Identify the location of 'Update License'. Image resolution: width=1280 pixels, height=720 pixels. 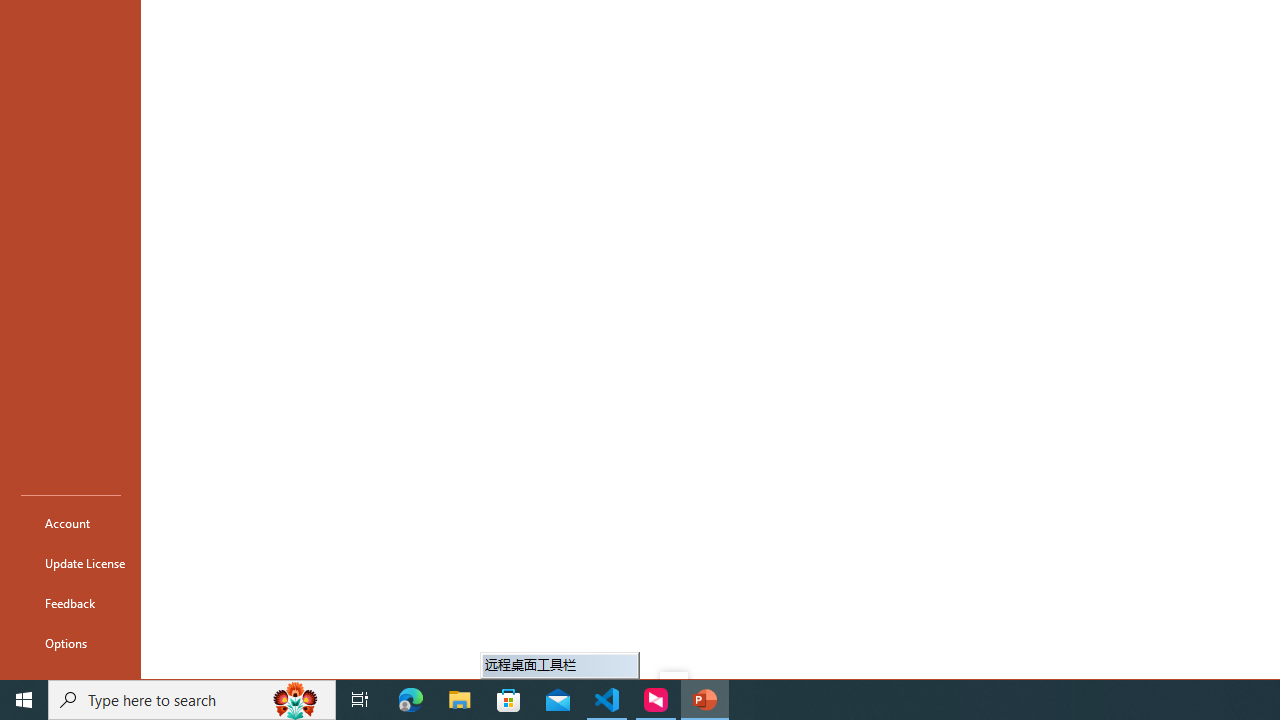
(71, 563).